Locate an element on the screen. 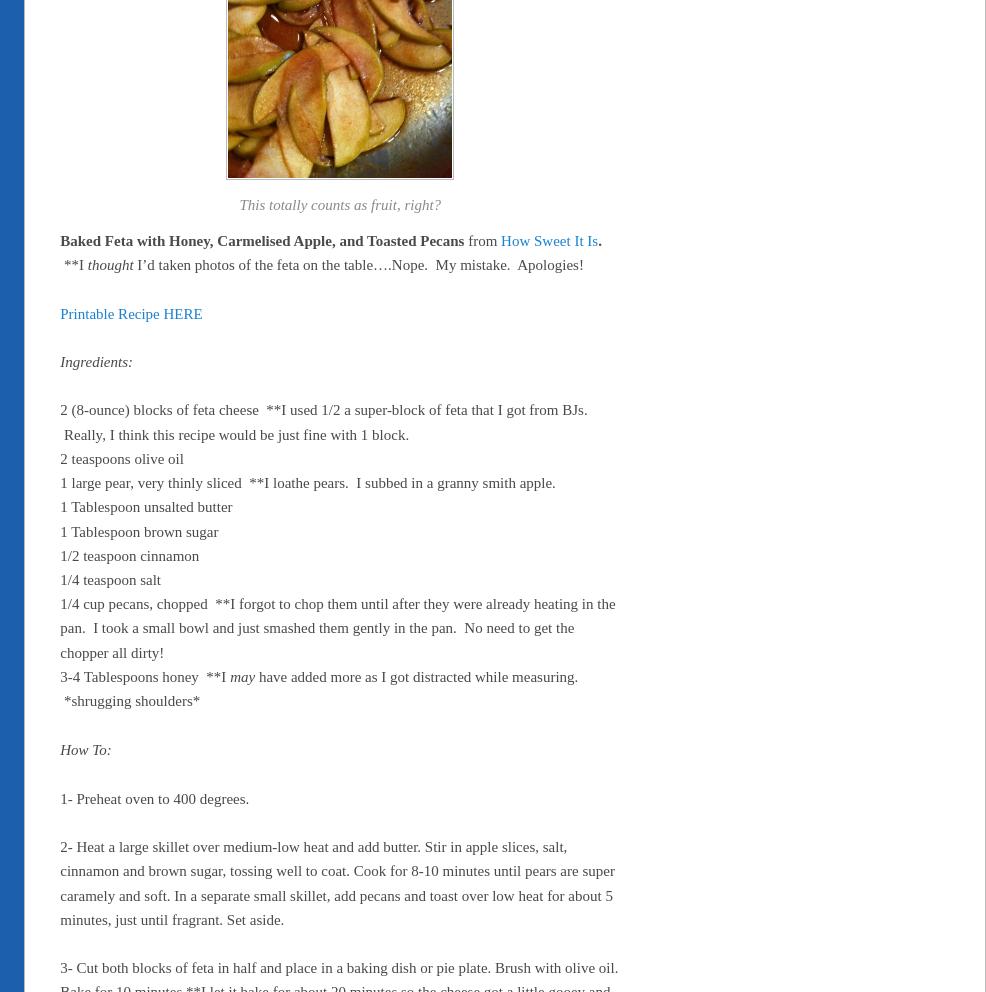 This screenshot has height=992, width=986. '2- Heat a large skillet over medium-low heat and add butter. Stir in apple slices, salt, cinnamon and brown sugar, tossing well to coat. Cook for 8-10 minutes until pears are super caramely and soft. In a separate small skillet, add pecans and toast over low heat for about 5 minutes, just until fragrant. Set aside.' is located at coordinates (59, 882).